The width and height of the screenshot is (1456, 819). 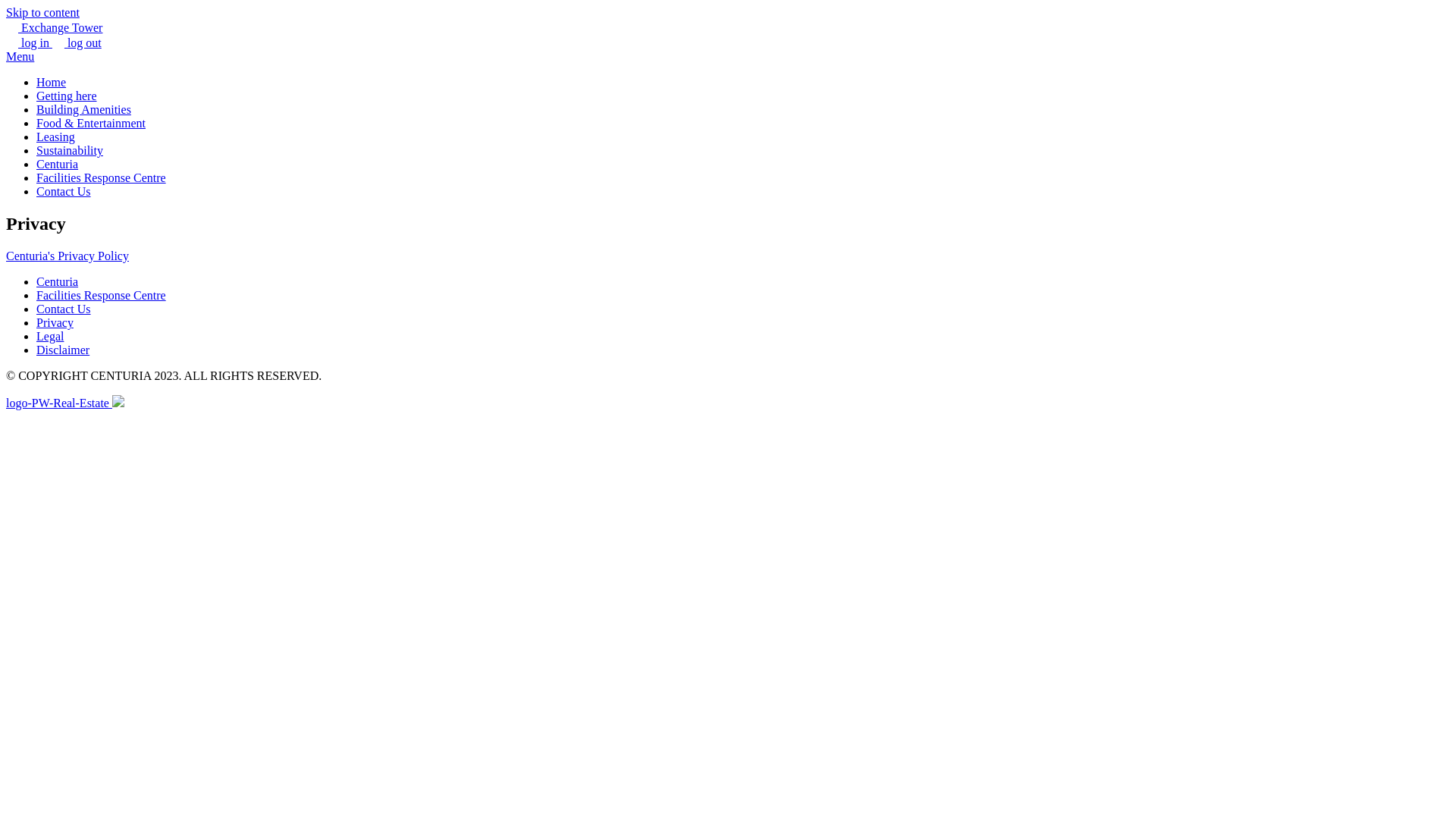 I want to click on 'Skip to content', so click(x=42, y=12).